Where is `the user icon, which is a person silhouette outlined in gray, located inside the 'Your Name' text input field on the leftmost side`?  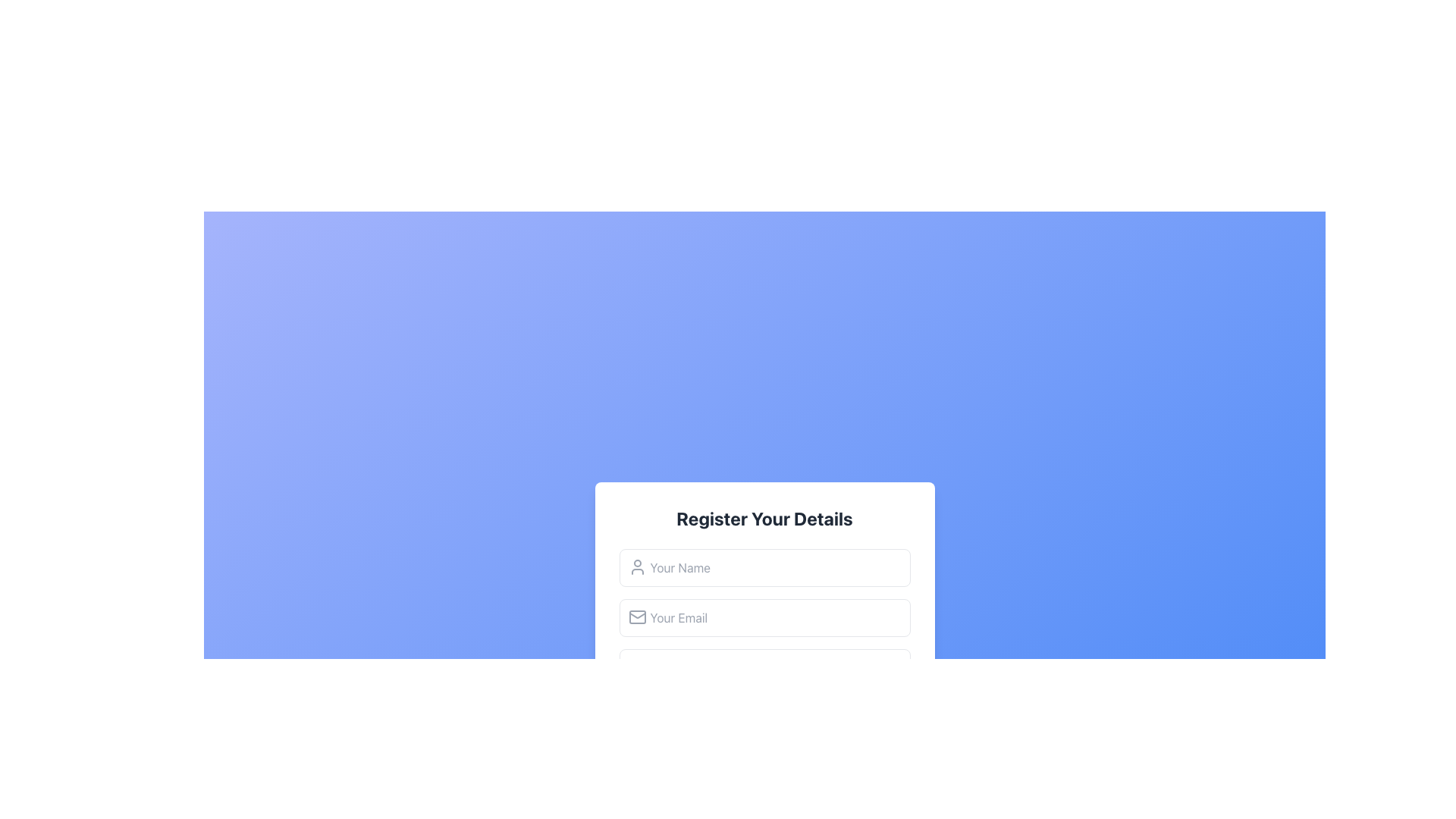
the user icon, which is a person silhouette outlined in gray, located inside the 'Your Name' text input field on the leftmost side is located at coordinates (637, 567).